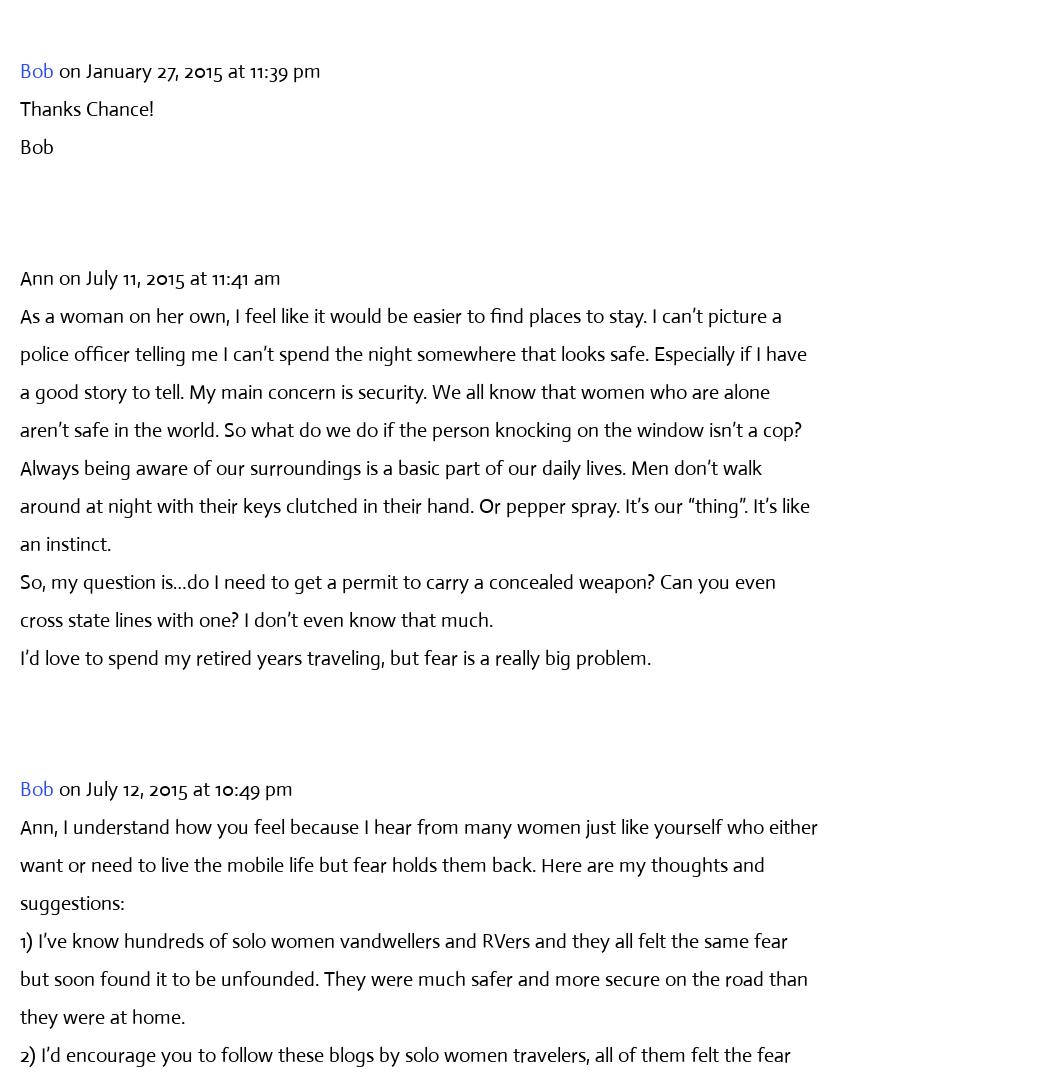  I want to click on 'on July 11, 2015 at 11:41 am', so click(169, 277).